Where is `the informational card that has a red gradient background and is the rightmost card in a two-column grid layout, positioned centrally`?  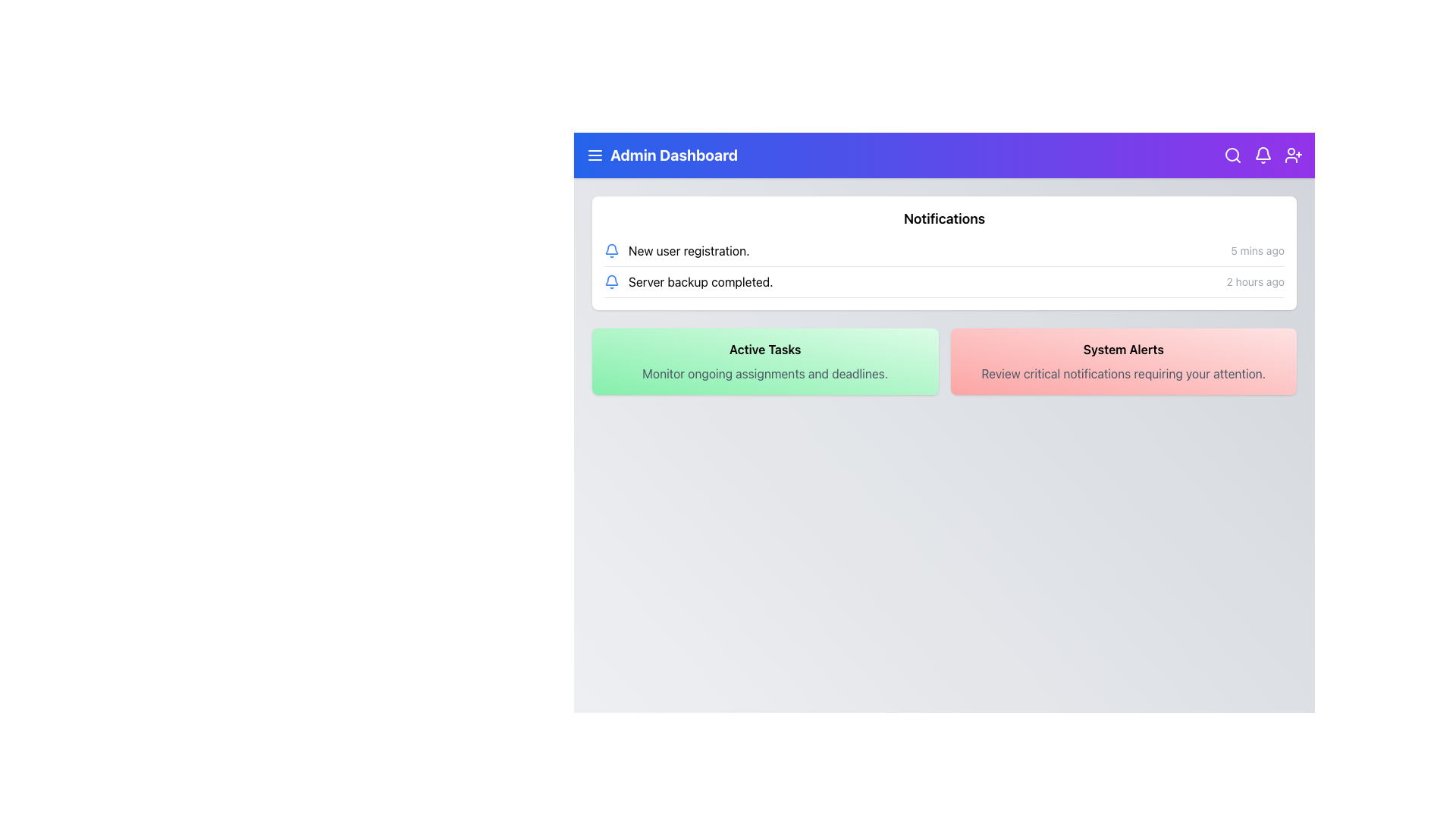 the informational card that has a red gradient background and is the rightmost card in a two-column grid layout, positioned centrally is located at coordinates (1123, 362).